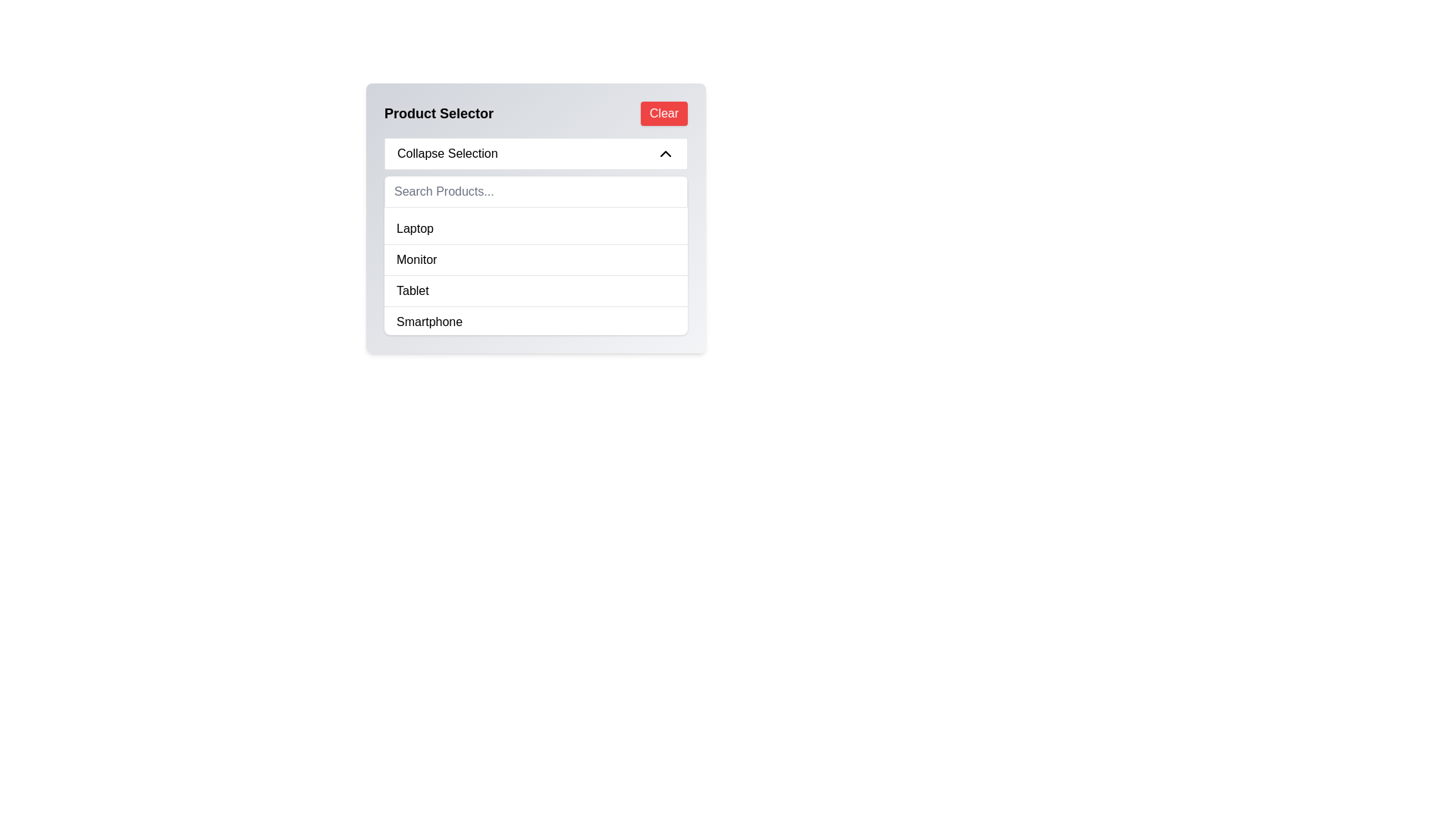 Image resolution: width=1456 pixels, height=819 pixels. What do you see at coordinates (416, 259) in the screenshot?
I see `the 'Monitor' list item in the 'Product Selector' dropdown menu` at bounding box center [416, 259].